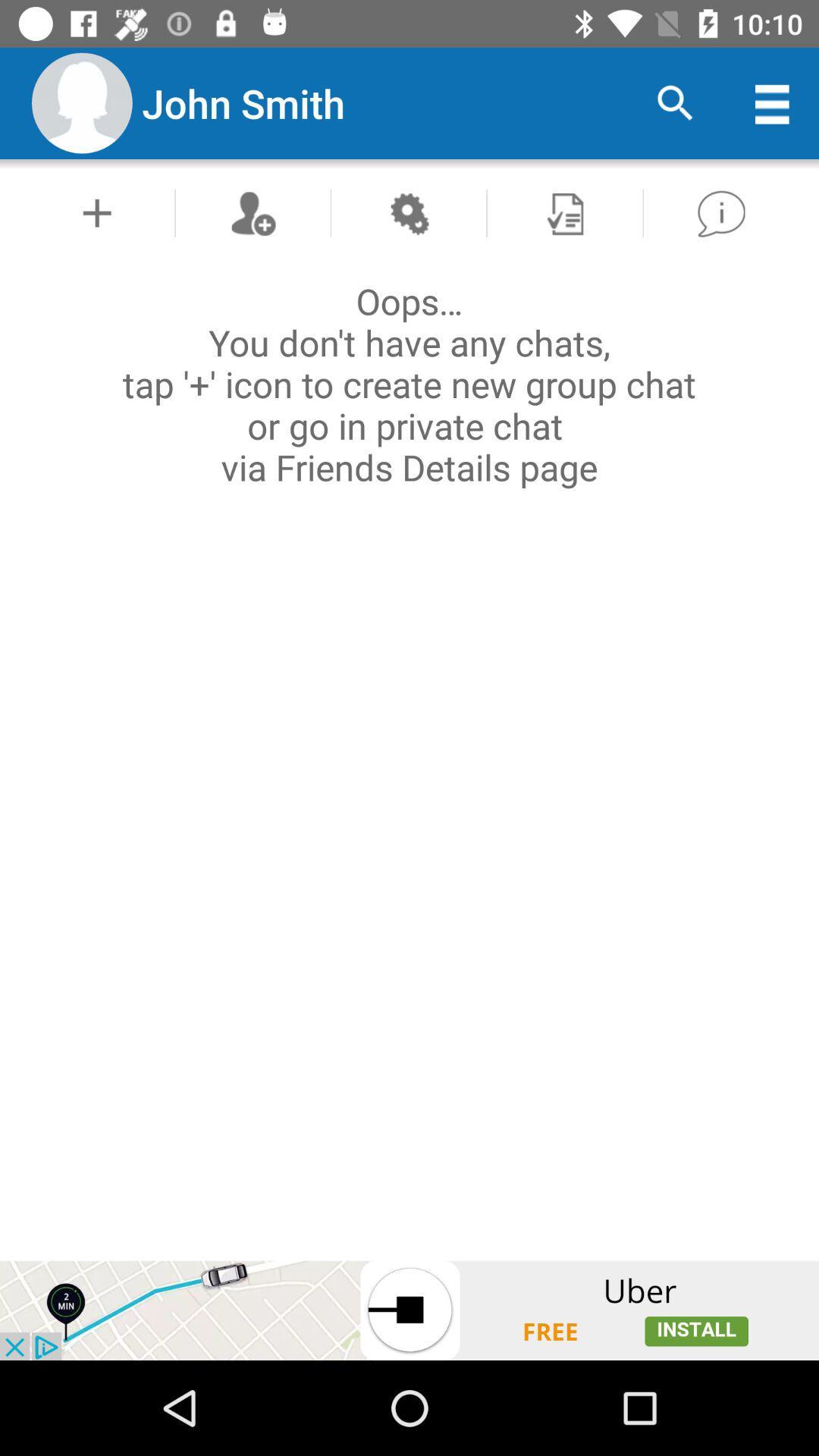 The height and width of the screenshot is (1456, 819). I want to click on friend button, so click(252, 212).